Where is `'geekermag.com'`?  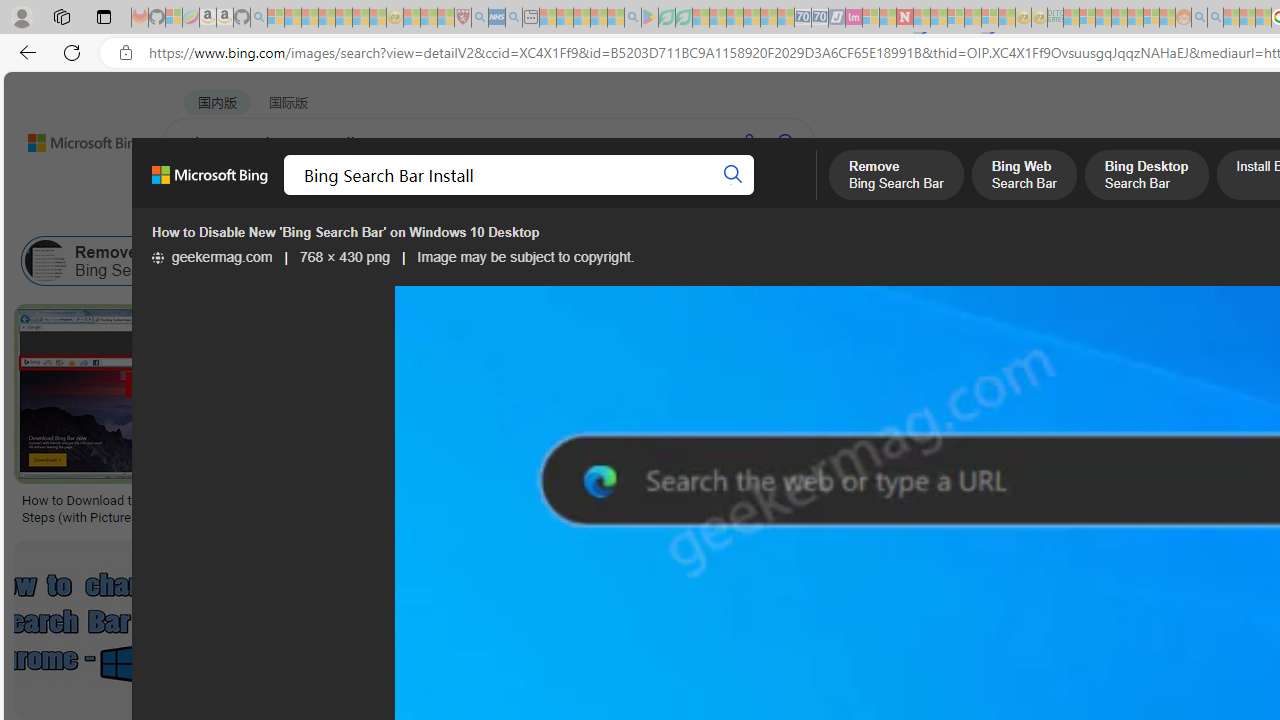 'geekermag.com' is located at coordinates (211, 256).